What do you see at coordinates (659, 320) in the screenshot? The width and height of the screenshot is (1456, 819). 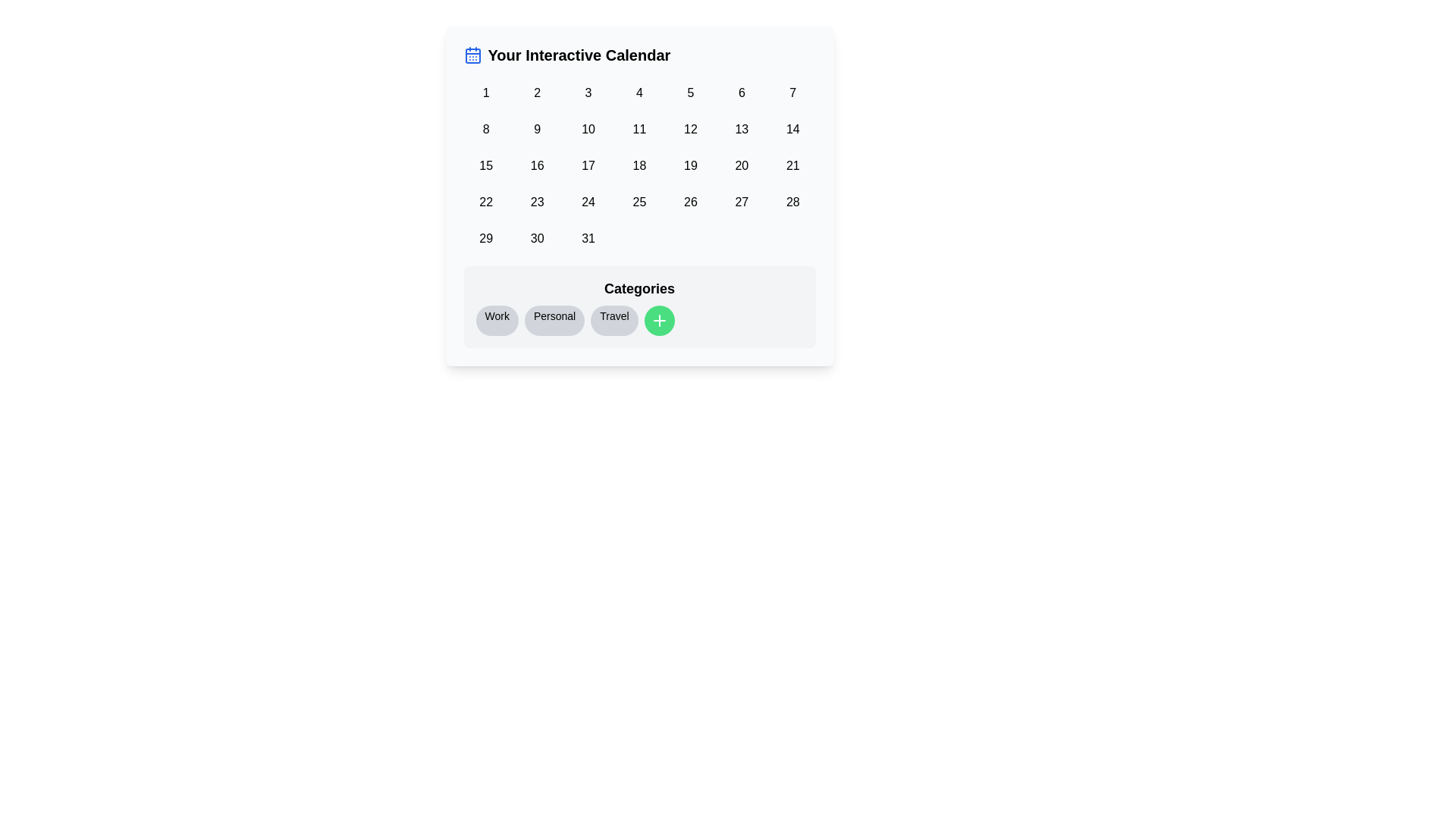 I see `the fourth button` at bounding box center [659, 320].